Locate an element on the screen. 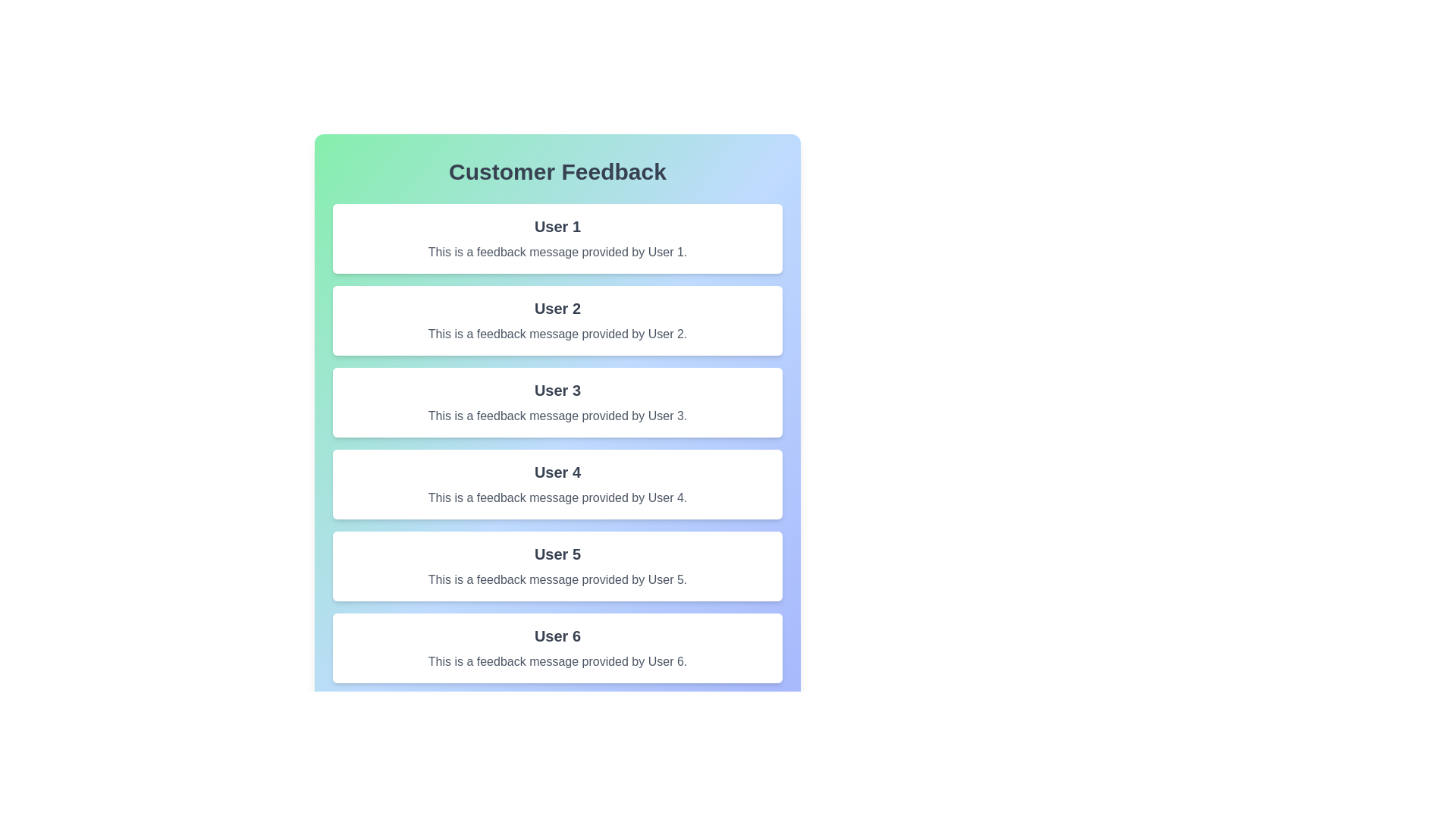 This screenshot has width=1456, height=819. the text label displaying 'User 4', which is positioned at the top center of the feedback card with a white background and rounded corners is located at coordinates (557, 472).